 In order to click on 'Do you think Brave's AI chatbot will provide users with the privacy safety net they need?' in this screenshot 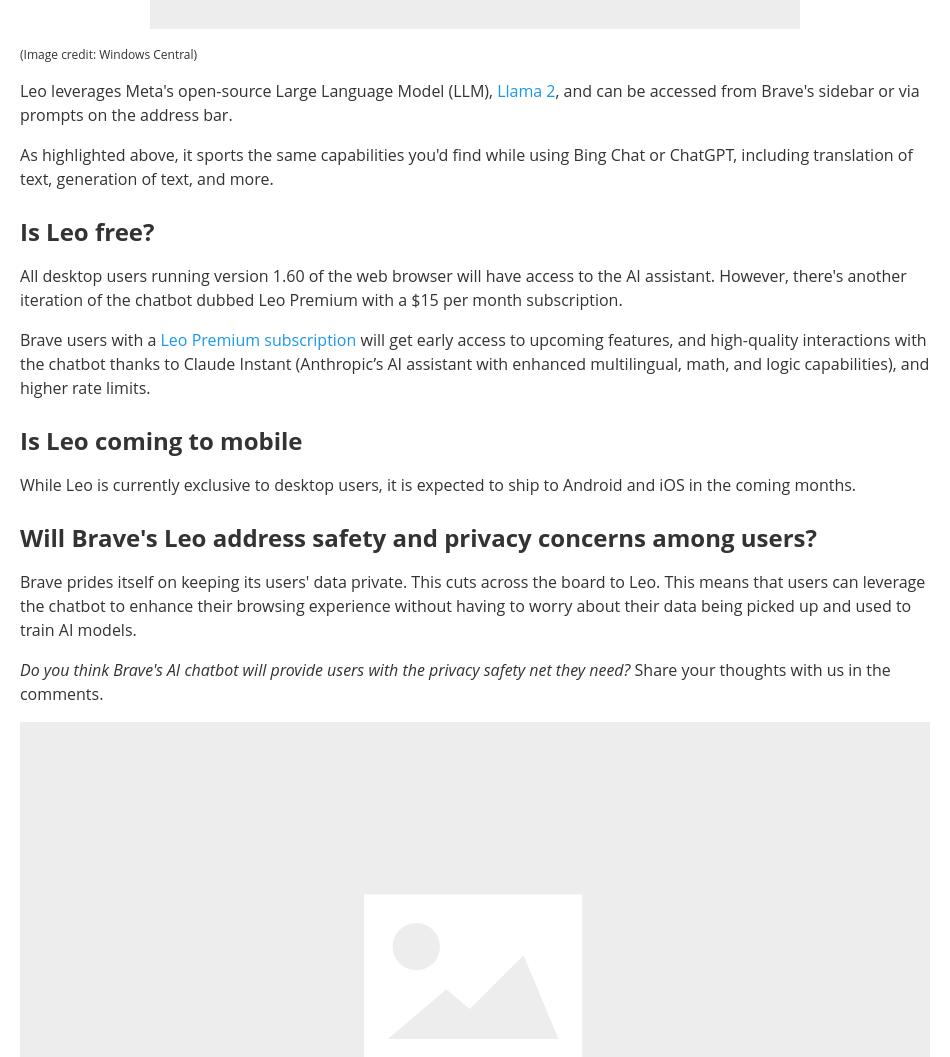, I will do `click(323, 668)`.